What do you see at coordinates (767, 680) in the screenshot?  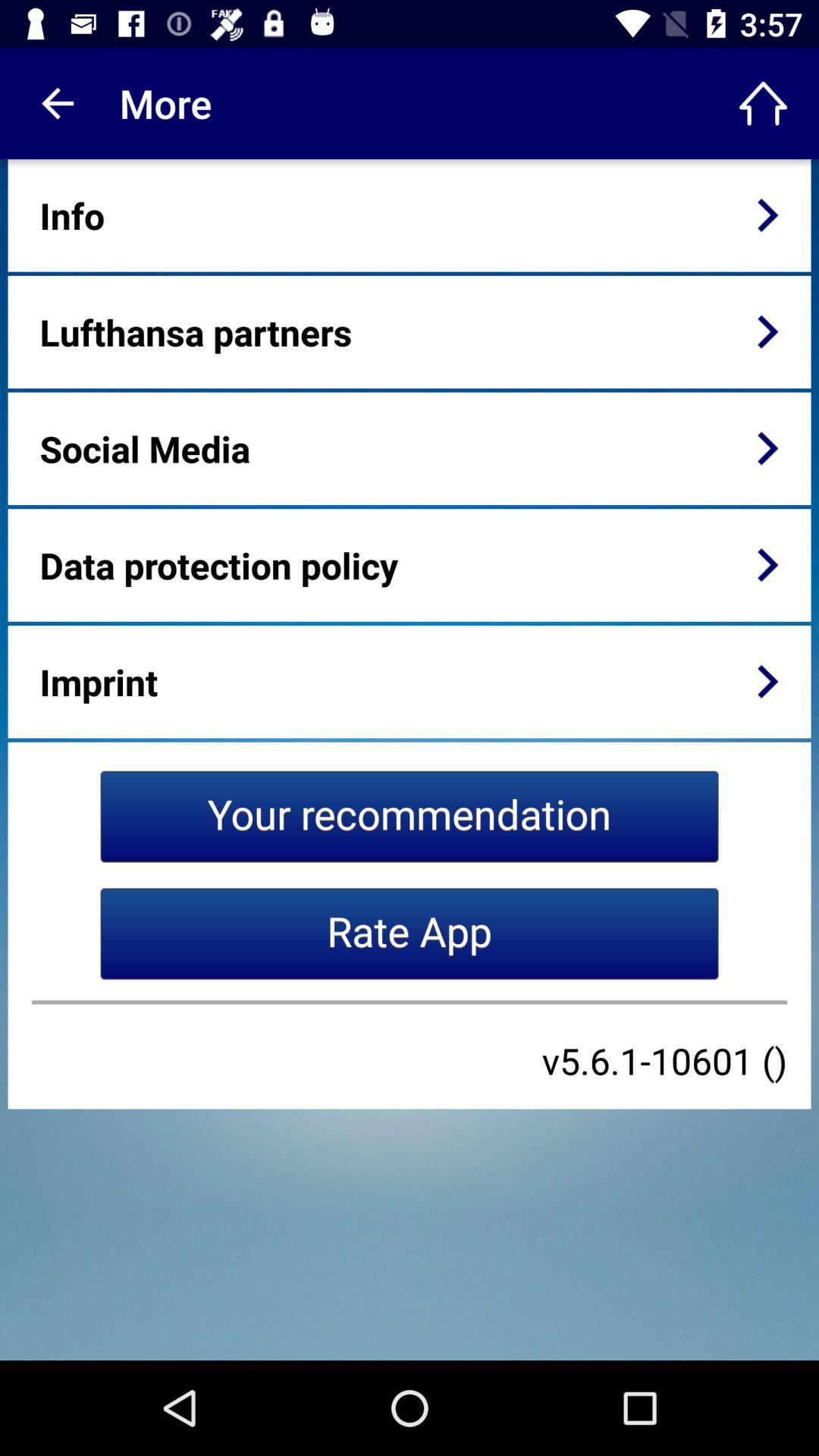 I see `the icon next to imprint icon` at bounding box center [767, 680].